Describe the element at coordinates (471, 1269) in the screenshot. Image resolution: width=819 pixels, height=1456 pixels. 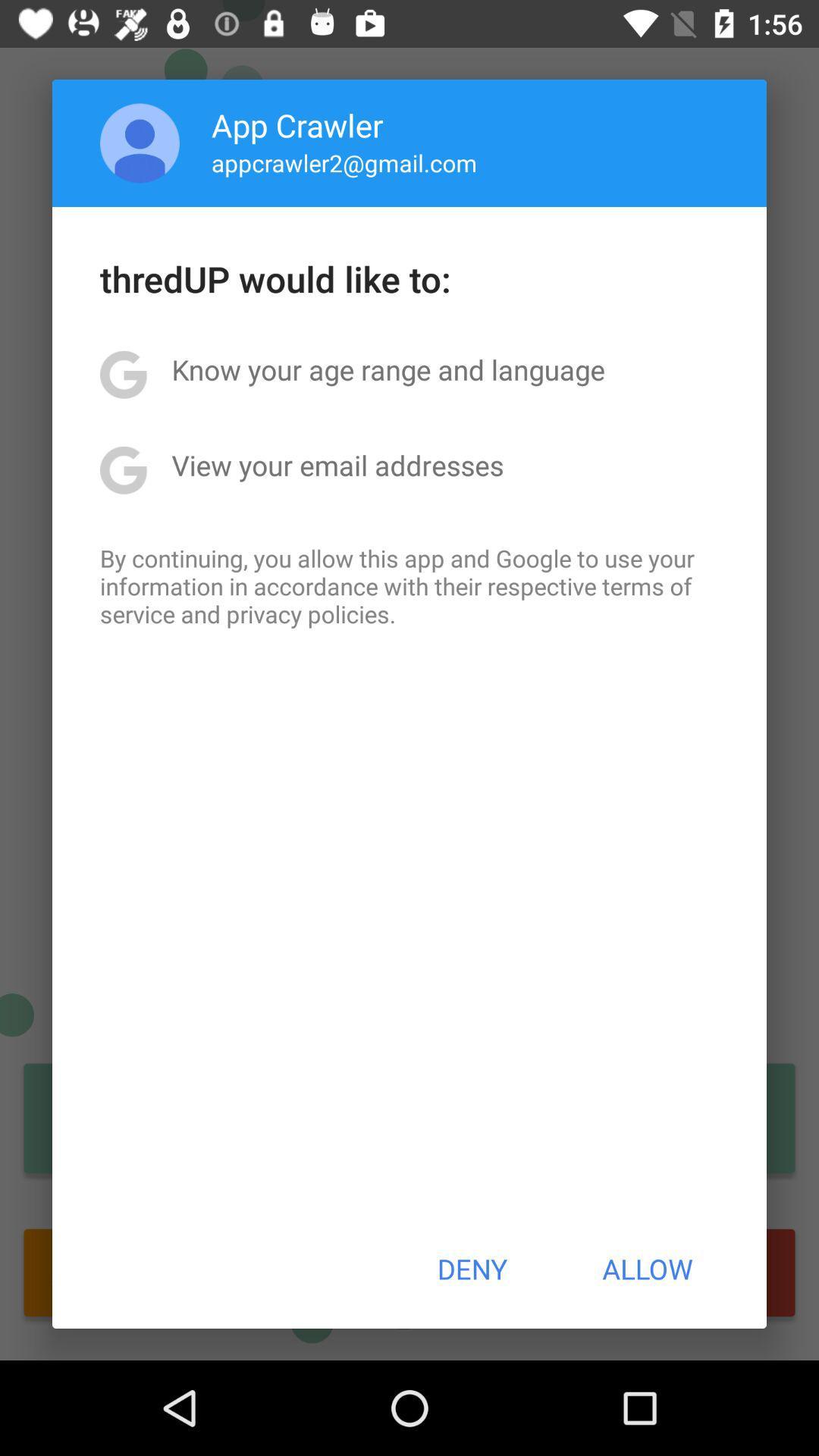
I see `item next to the allow button` at that location.